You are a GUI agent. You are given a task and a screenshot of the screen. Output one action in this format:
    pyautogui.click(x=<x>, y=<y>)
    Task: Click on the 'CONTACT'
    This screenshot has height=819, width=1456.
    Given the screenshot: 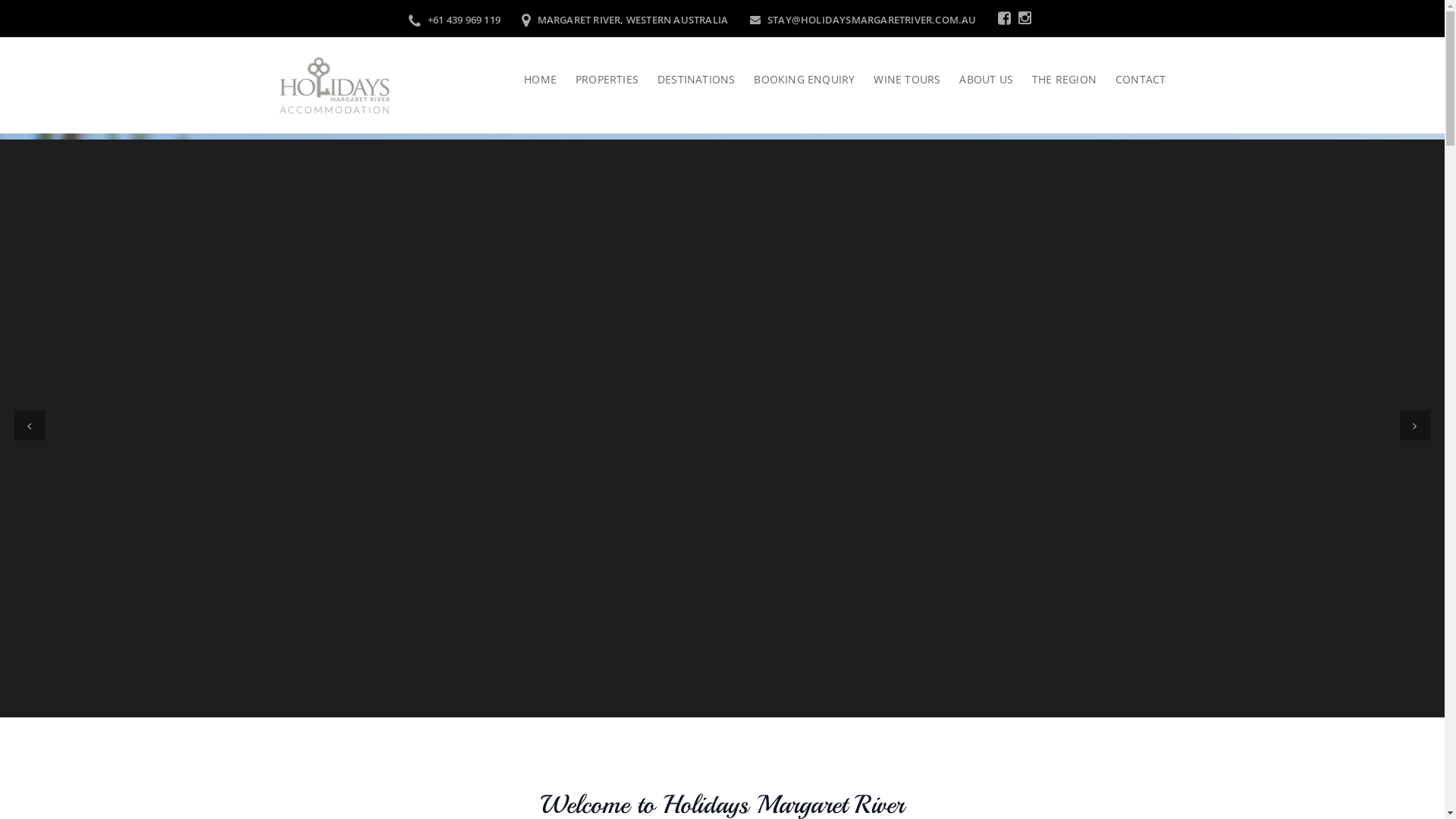 What is the action you would take?
    pyautogui.click(x=1131, y=79)
    